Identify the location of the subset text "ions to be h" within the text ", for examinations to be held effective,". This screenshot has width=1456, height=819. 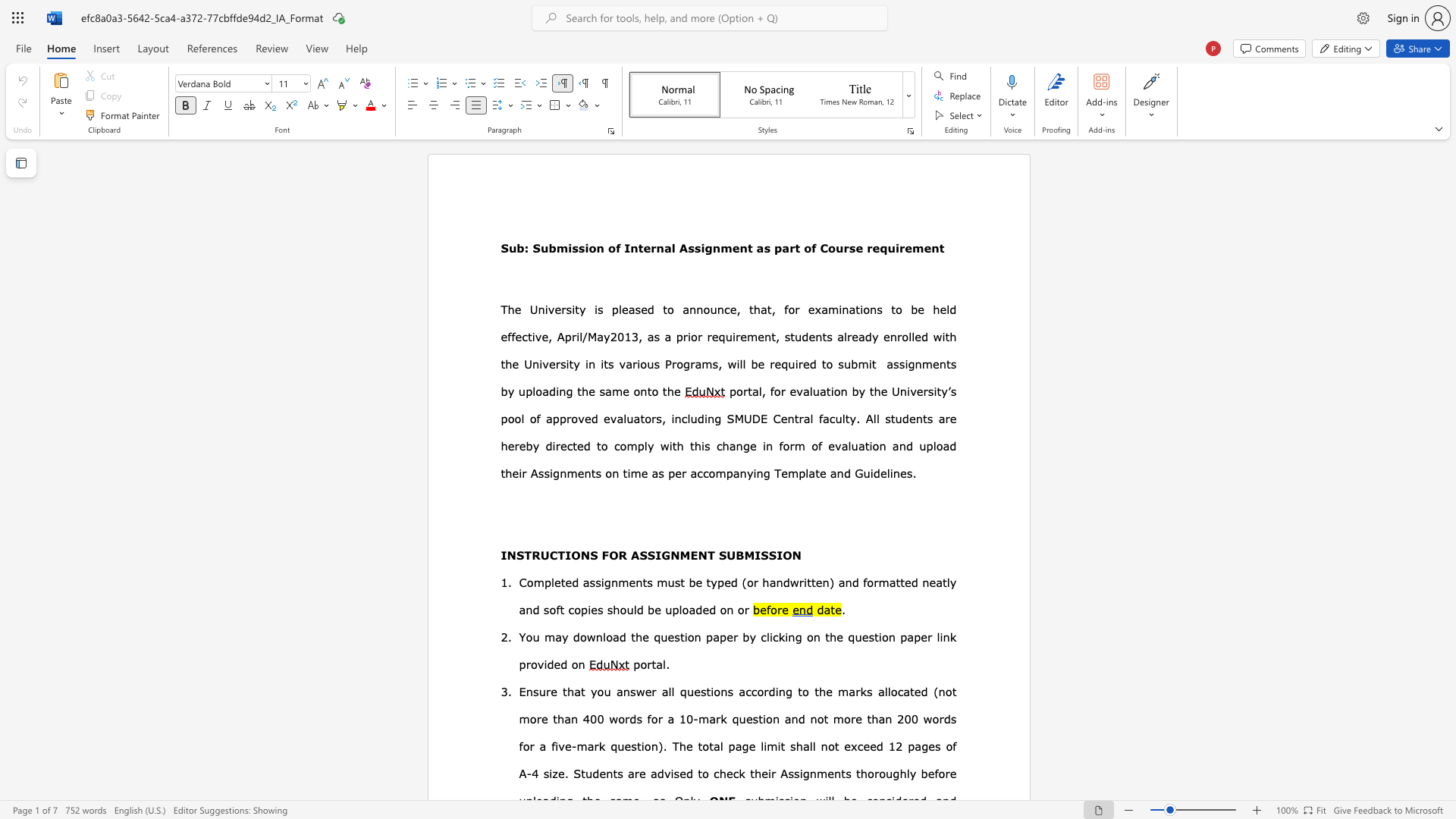
(860, 309).